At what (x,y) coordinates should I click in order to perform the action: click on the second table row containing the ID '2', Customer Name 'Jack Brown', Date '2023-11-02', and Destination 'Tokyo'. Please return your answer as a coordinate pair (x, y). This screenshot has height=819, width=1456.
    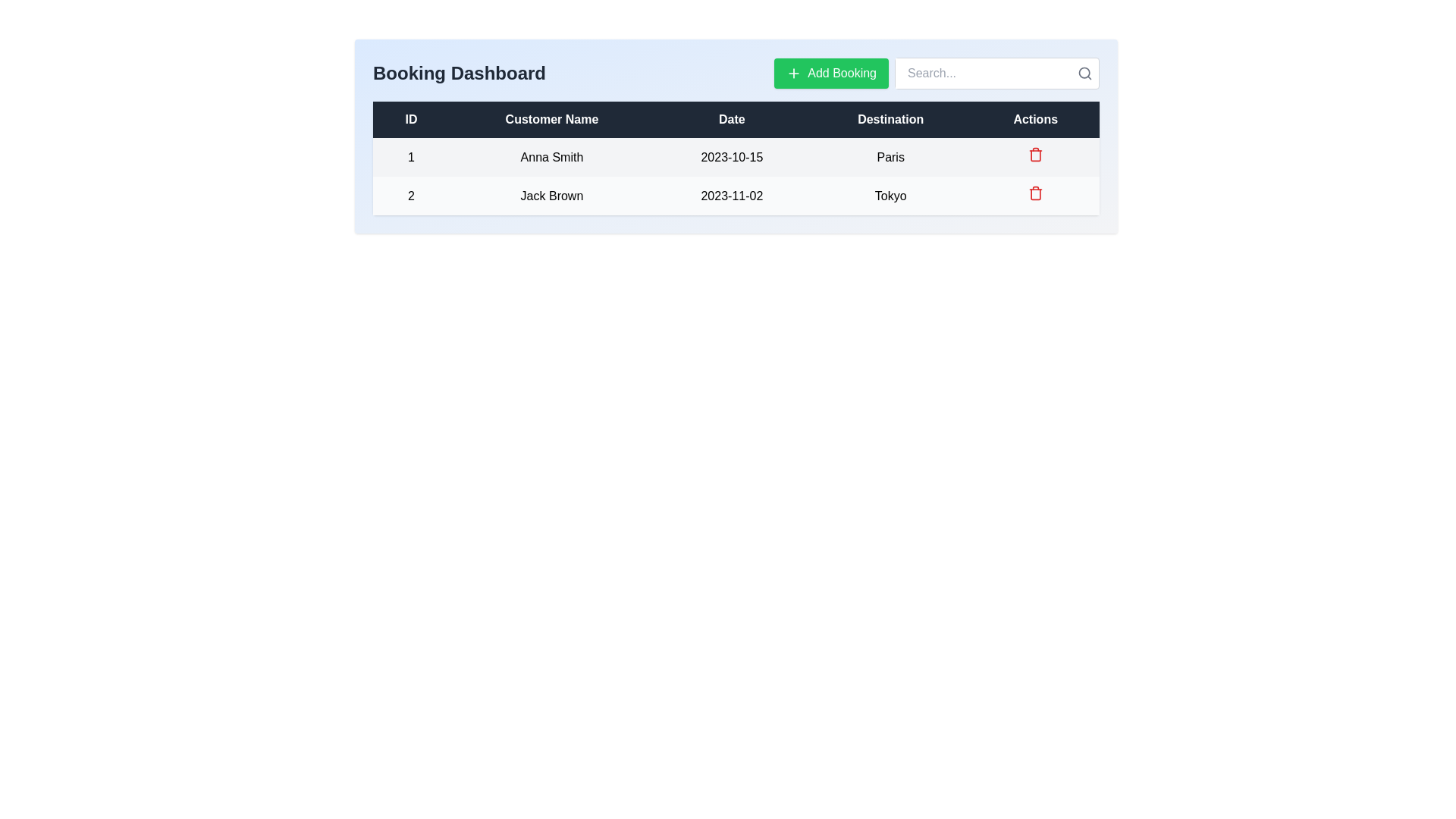
    Looking at the image, I should click on (736, 195).